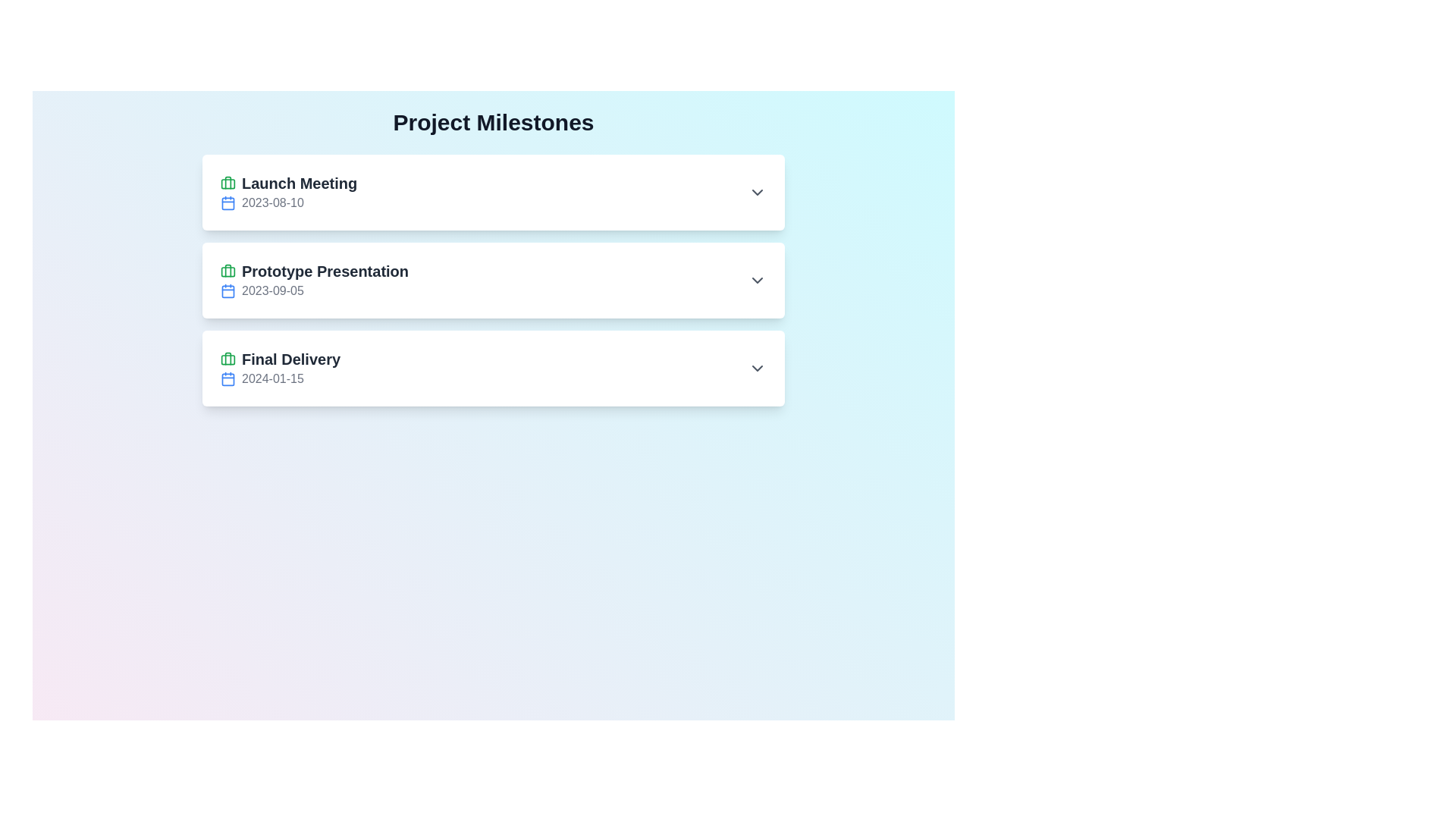  Describe the element at coordinates (314, 281) in the screenshot. I see `milestone details for 'Prototype Presentation 2023-09-05', which is the second item in the 'Project Milestones' section, featuring a bold heading and icons` at that location.